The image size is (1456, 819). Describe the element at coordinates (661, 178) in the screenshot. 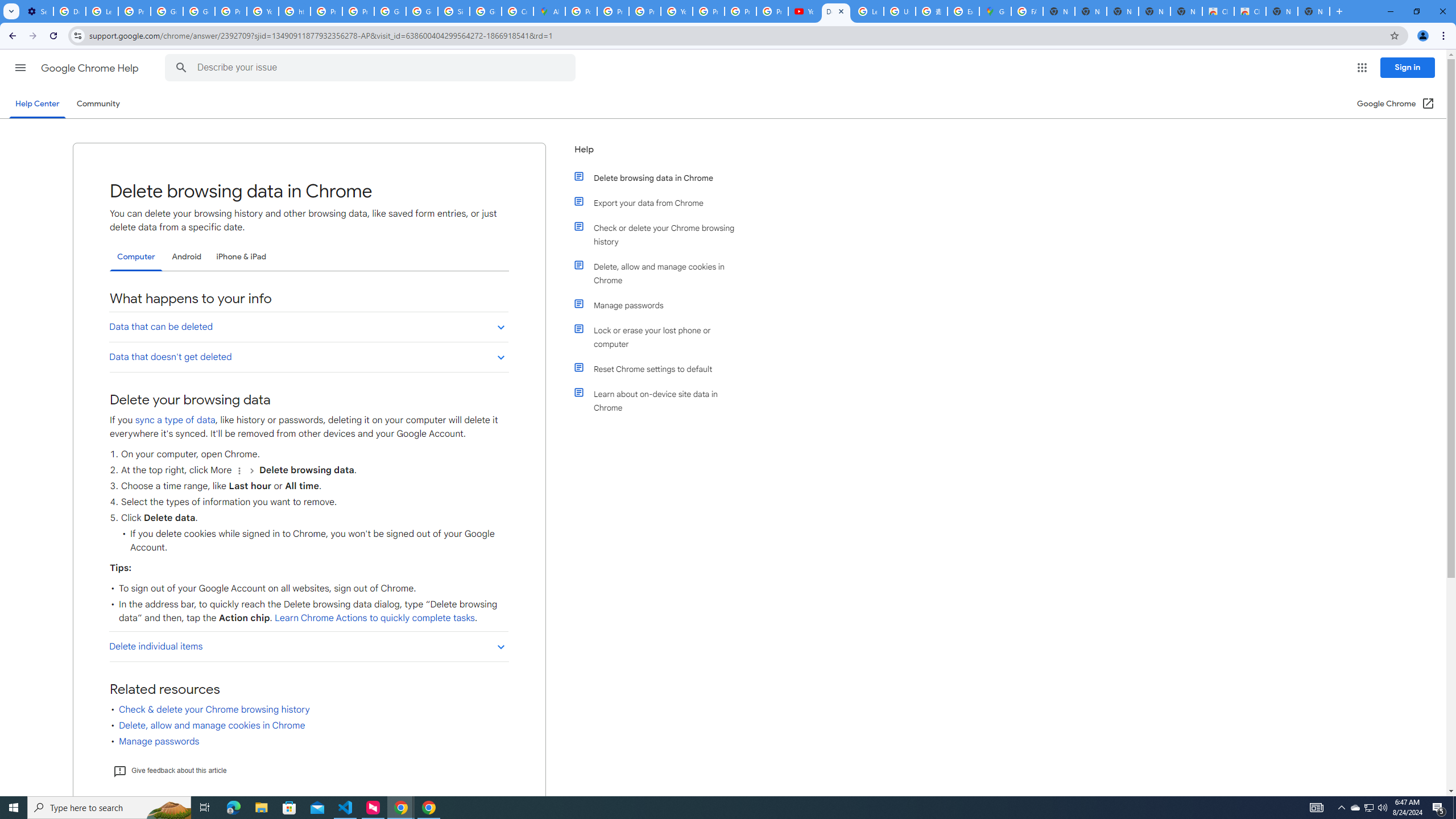

I see `'Delete browsing data in Chrome'` at that location.